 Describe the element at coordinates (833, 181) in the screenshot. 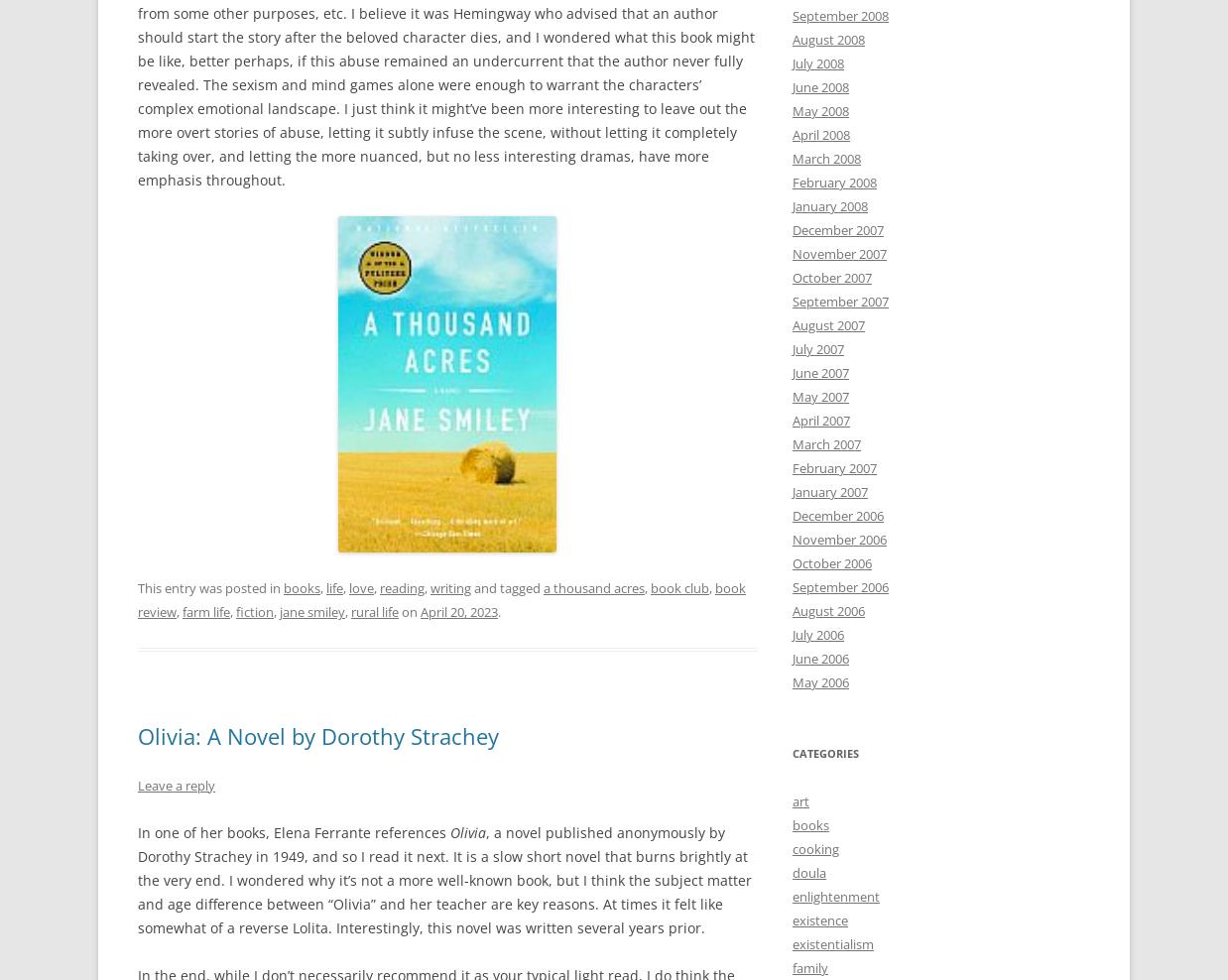

I see `'February 2008'` at that location.